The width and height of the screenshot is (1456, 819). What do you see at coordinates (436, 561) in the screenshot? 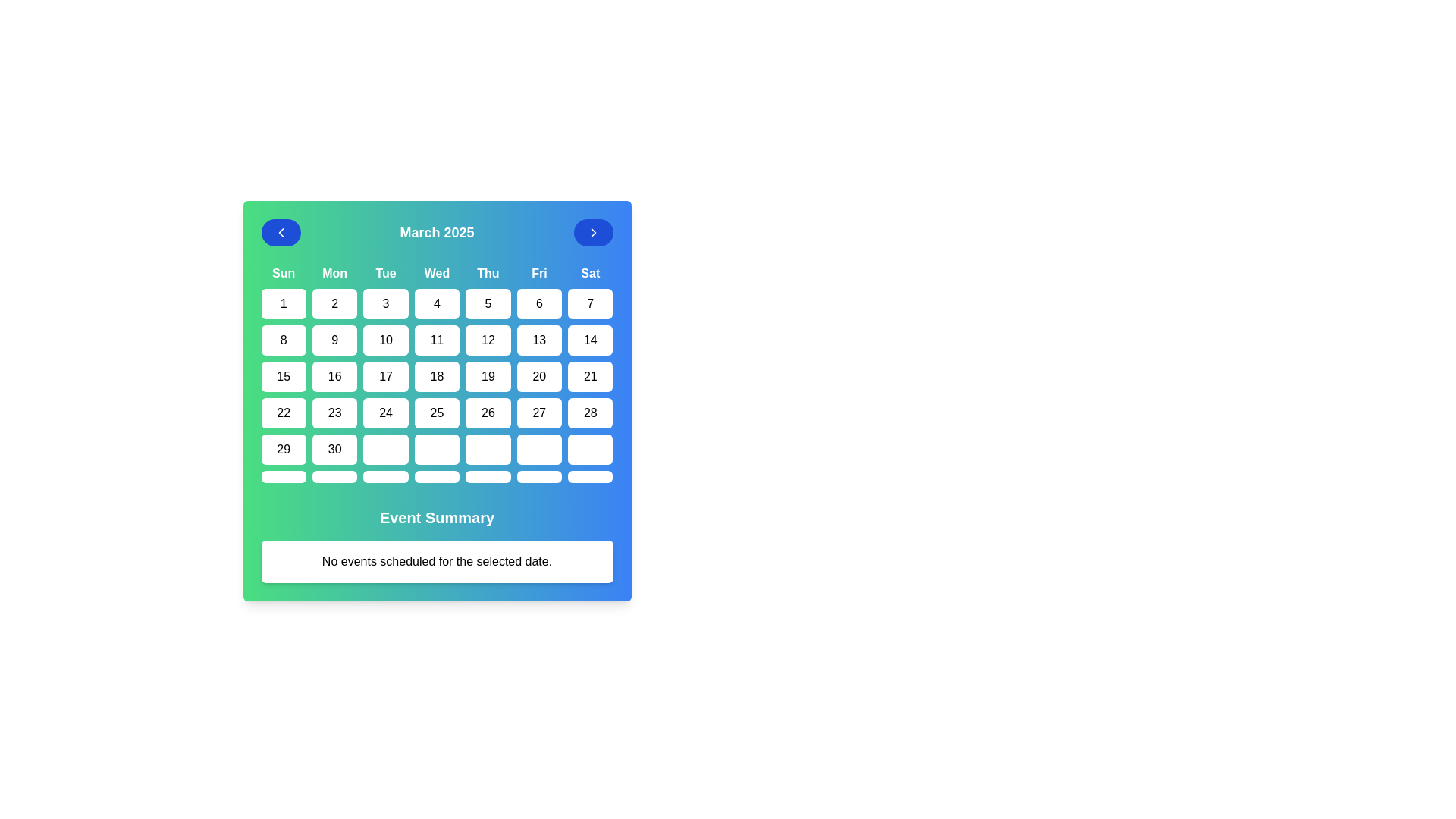
I see `information displayed in the text block that indicates there are no events scheduled for the currently selected date on the calendar` at bounding box center [436, 561].